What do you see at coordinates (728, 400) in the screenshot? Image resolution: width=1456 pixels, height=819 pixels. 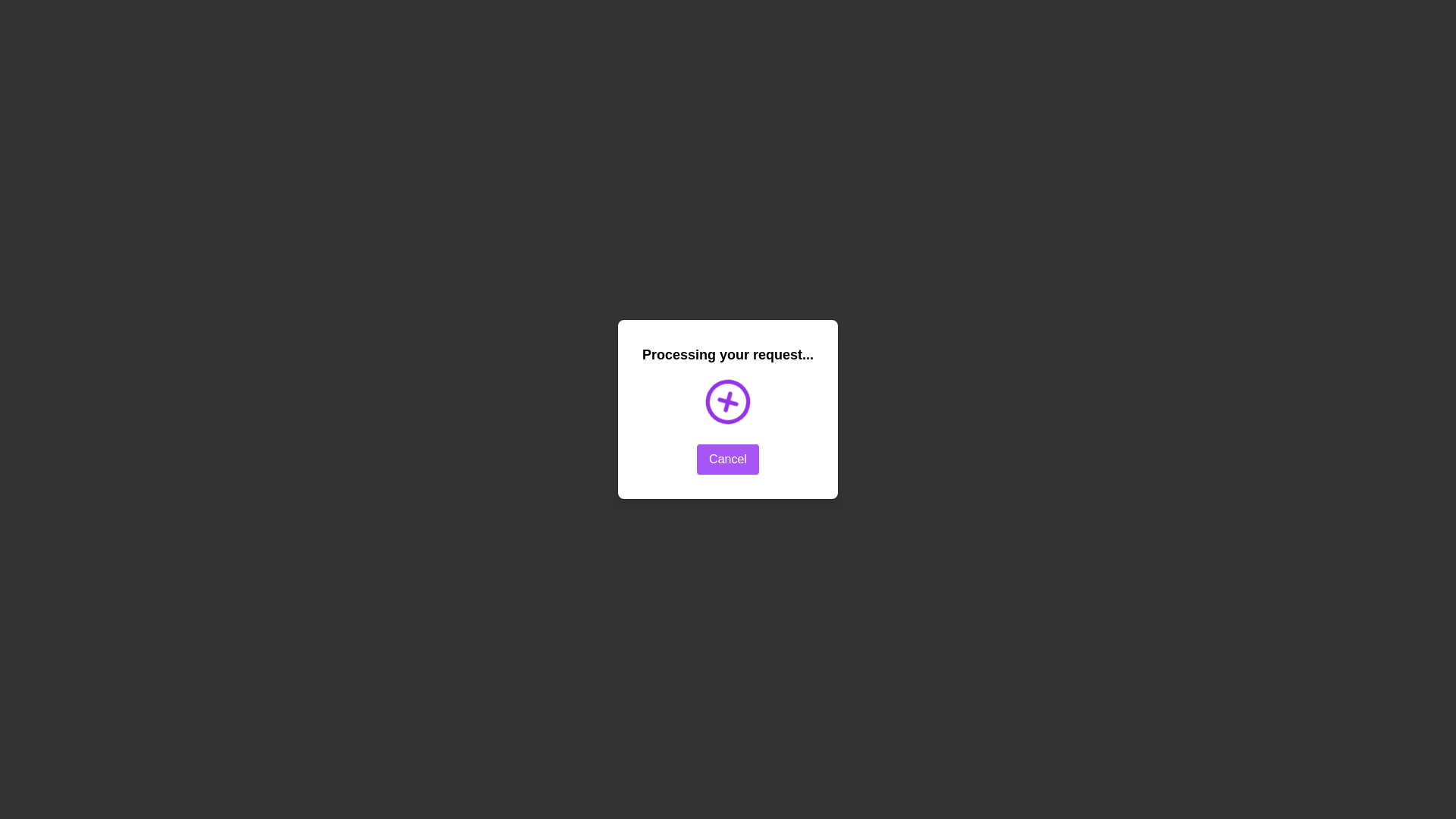 I see `the interactive graphical indicator located in the modal titled 'Processing your request...', positioned above the purple 'Cancel' button` at bounding box center [728, 400].